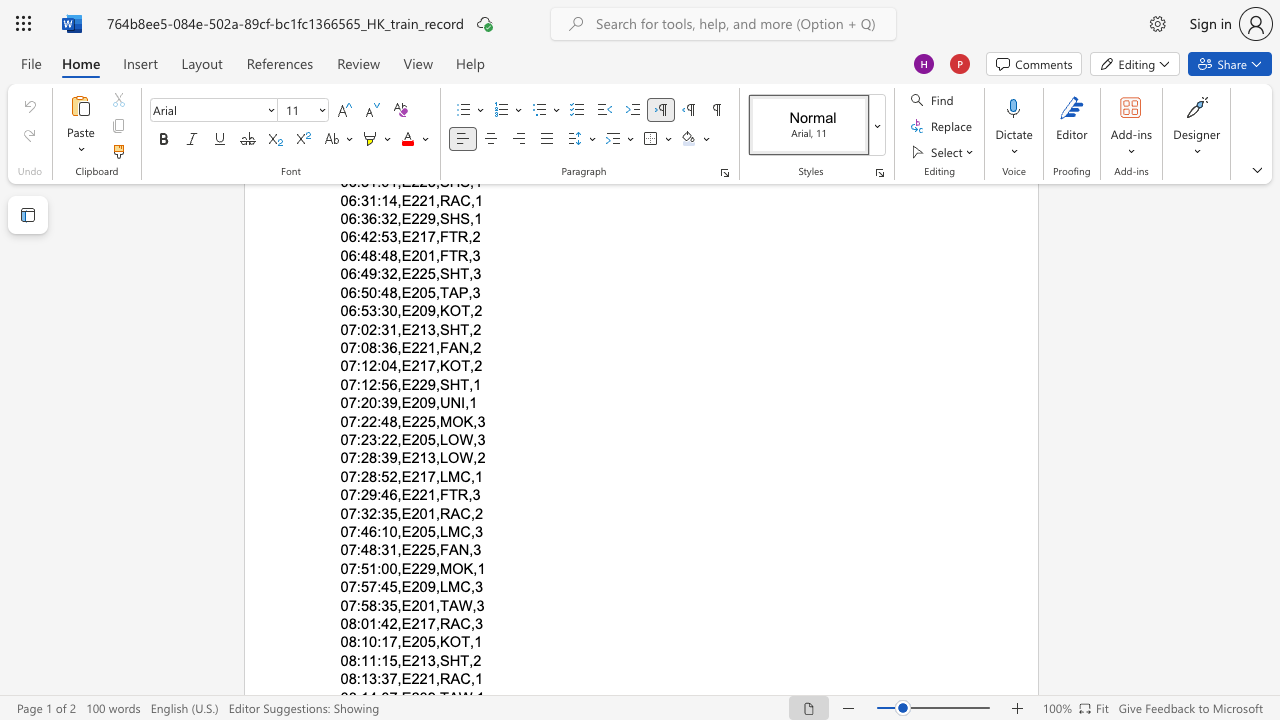 This screenshot has width=1280, height=720. Describe the element at coordinates (426, 642) in the screenshot. I see `the subset text "5,KOT," within the text "08:10:17,E205,KOT,1"` at that location.